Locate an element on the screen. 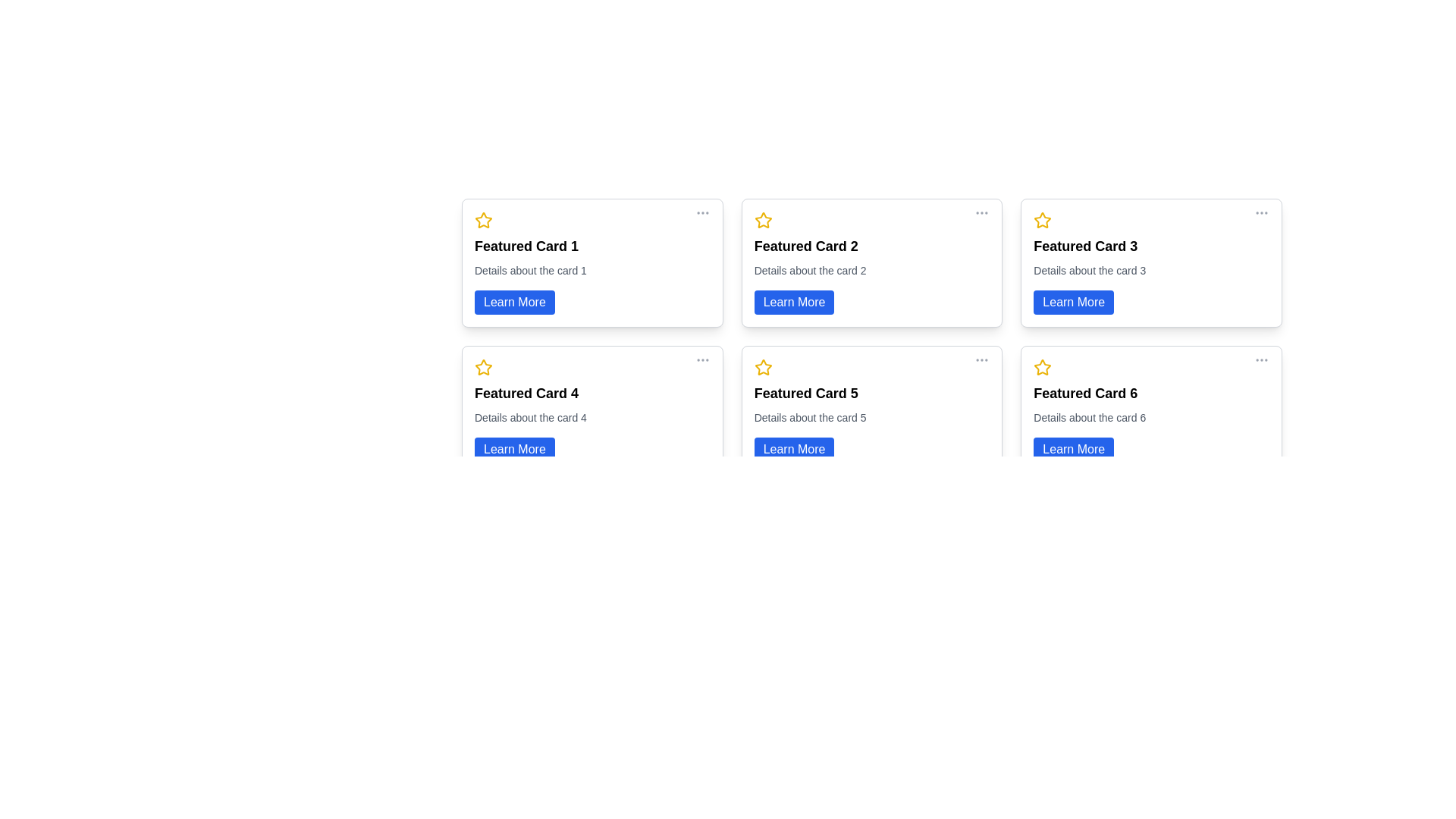 The image size is (1456, 819). the small horizontal ellipsis icon located in the top-right corner of 'Featured Card 5' to observe the hover effect is located at coordinates (982, 359).